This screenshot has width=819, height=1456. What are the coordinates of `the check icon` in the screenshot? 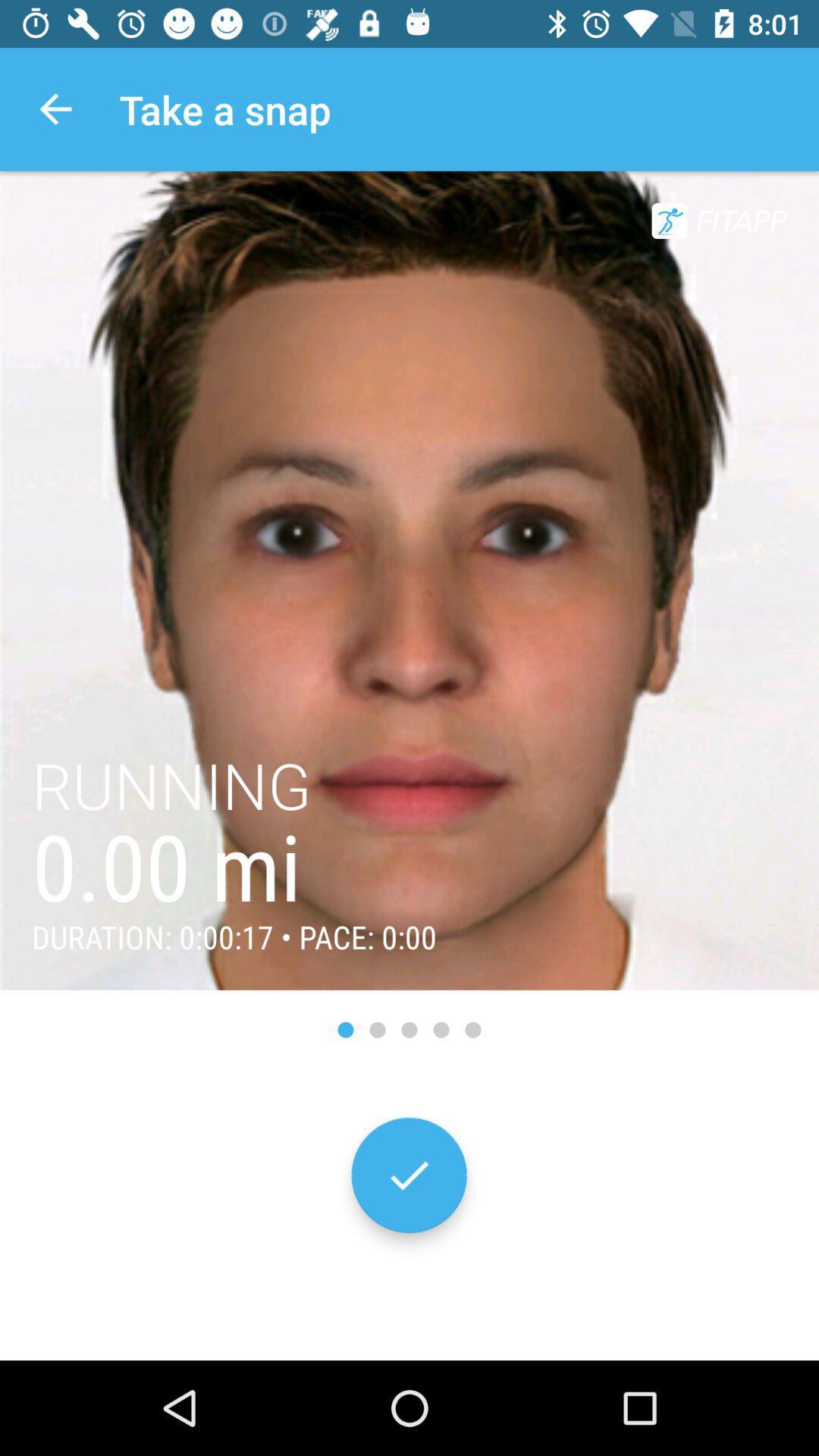 It's located at (408, 1174).